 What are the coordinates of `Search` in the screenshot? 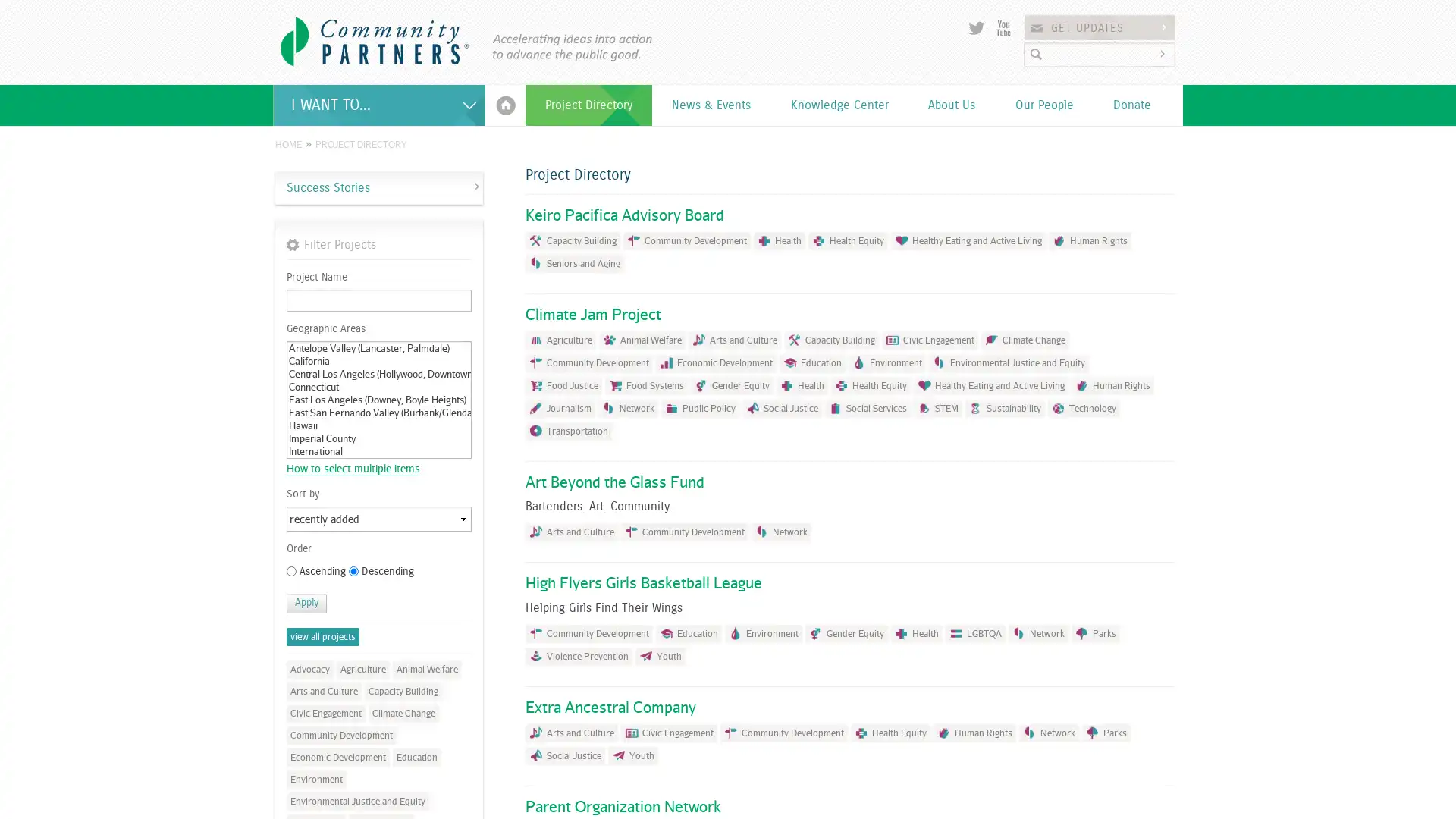 It's located at (1164, 53).